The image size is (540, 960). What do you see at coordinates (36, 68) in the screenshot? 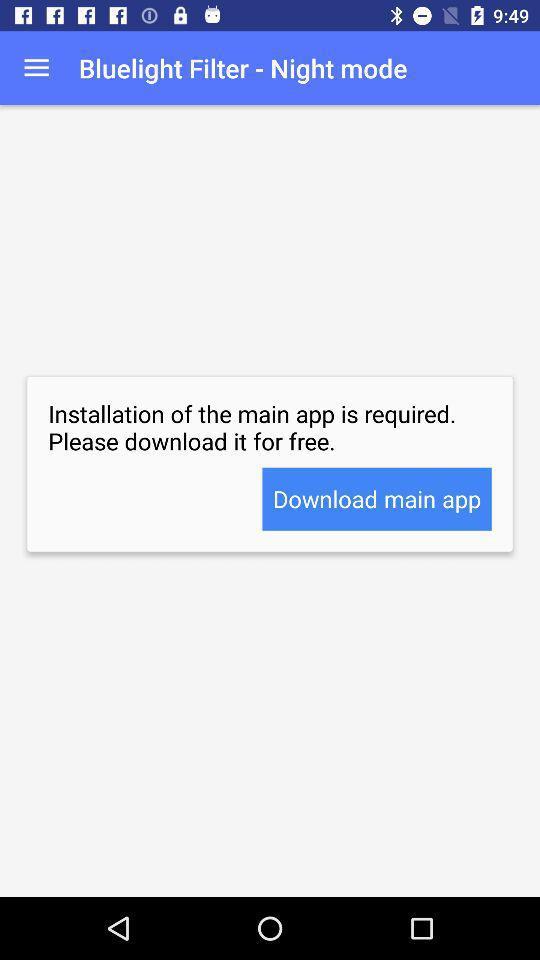
I see `the item above the installation of the item` at bounding box center [36, 68].